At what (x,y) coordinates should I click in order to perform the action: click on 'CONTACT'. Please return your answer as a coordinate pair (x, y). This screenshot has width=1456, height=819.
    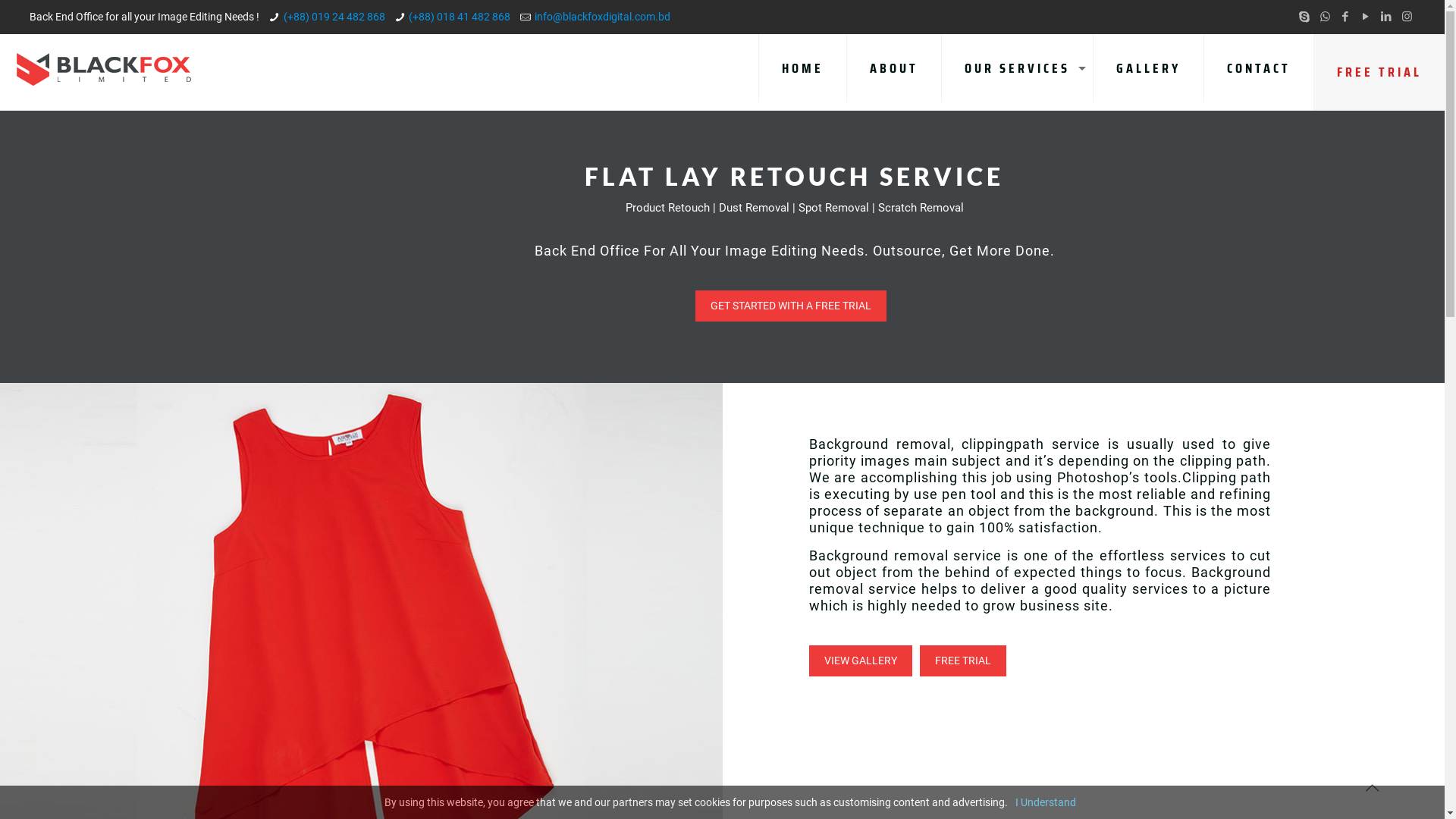
    Looking at the image, I should click on (1259, 67).